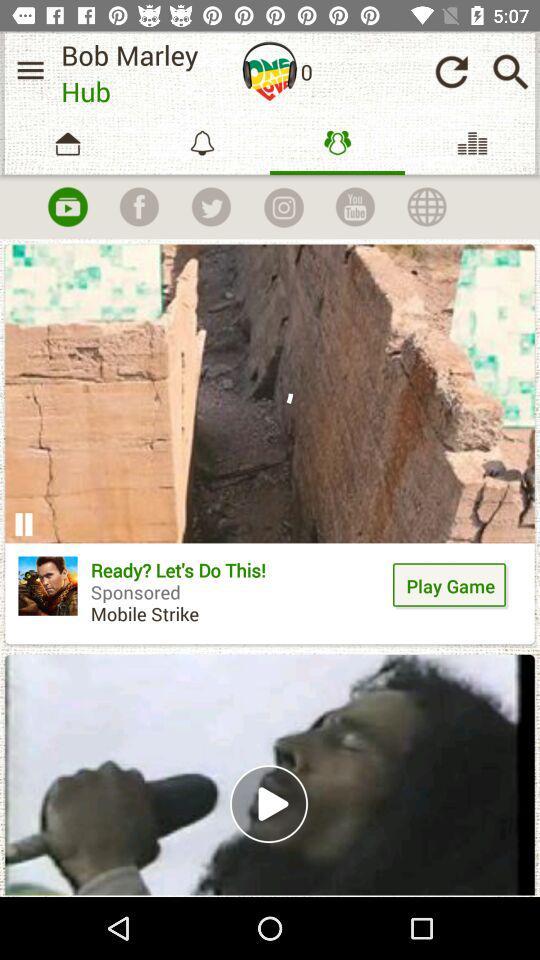 The image size is (540, 960). I want to click on album cover, so click(270, 71).